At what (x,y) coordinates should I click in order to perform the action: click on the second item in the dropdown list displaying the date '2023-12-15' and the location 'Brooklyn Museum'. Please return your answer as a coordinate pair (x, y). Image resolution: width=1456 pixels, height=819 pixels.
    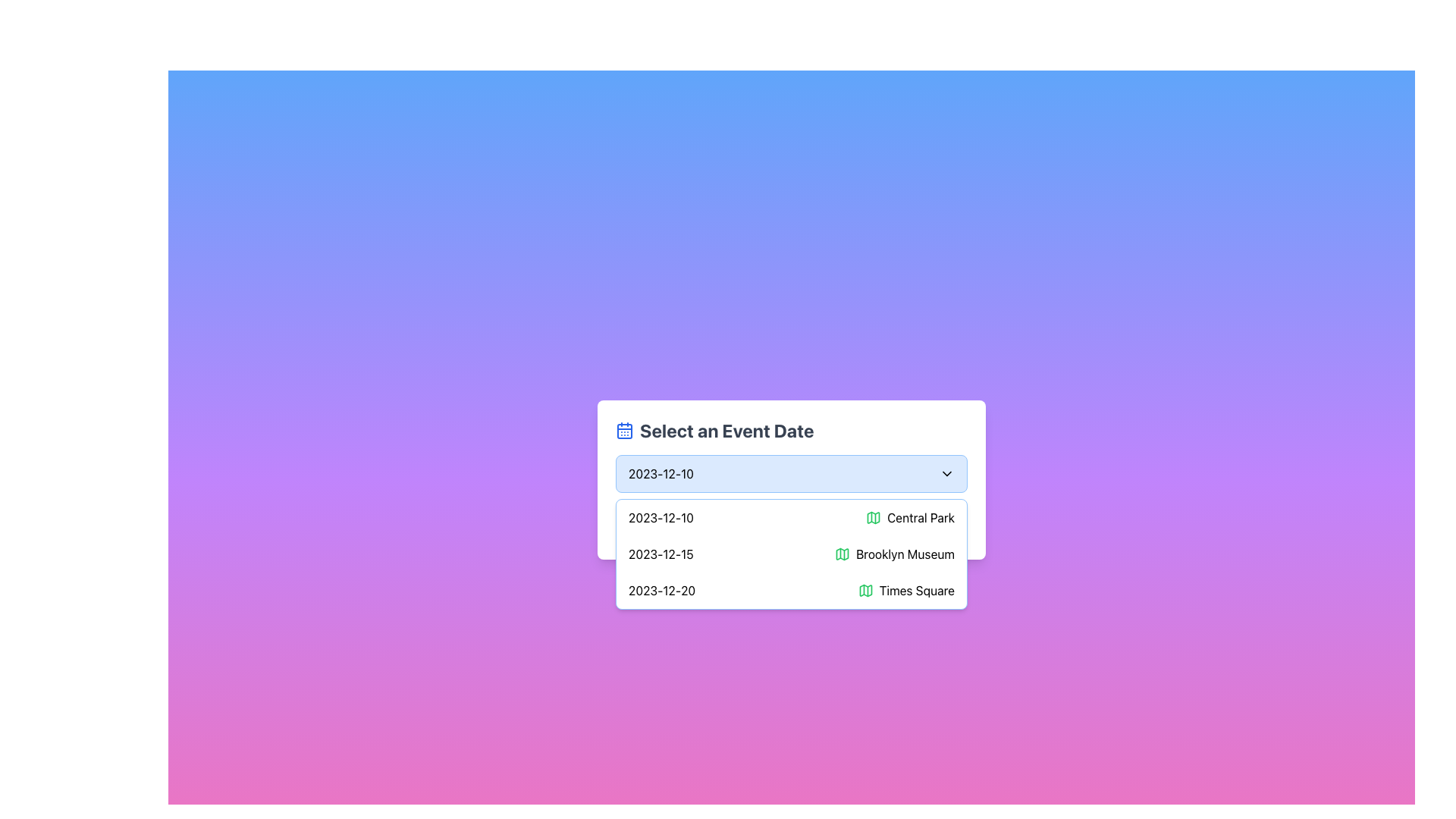
    Looking at the image, I should click on (790, 554).